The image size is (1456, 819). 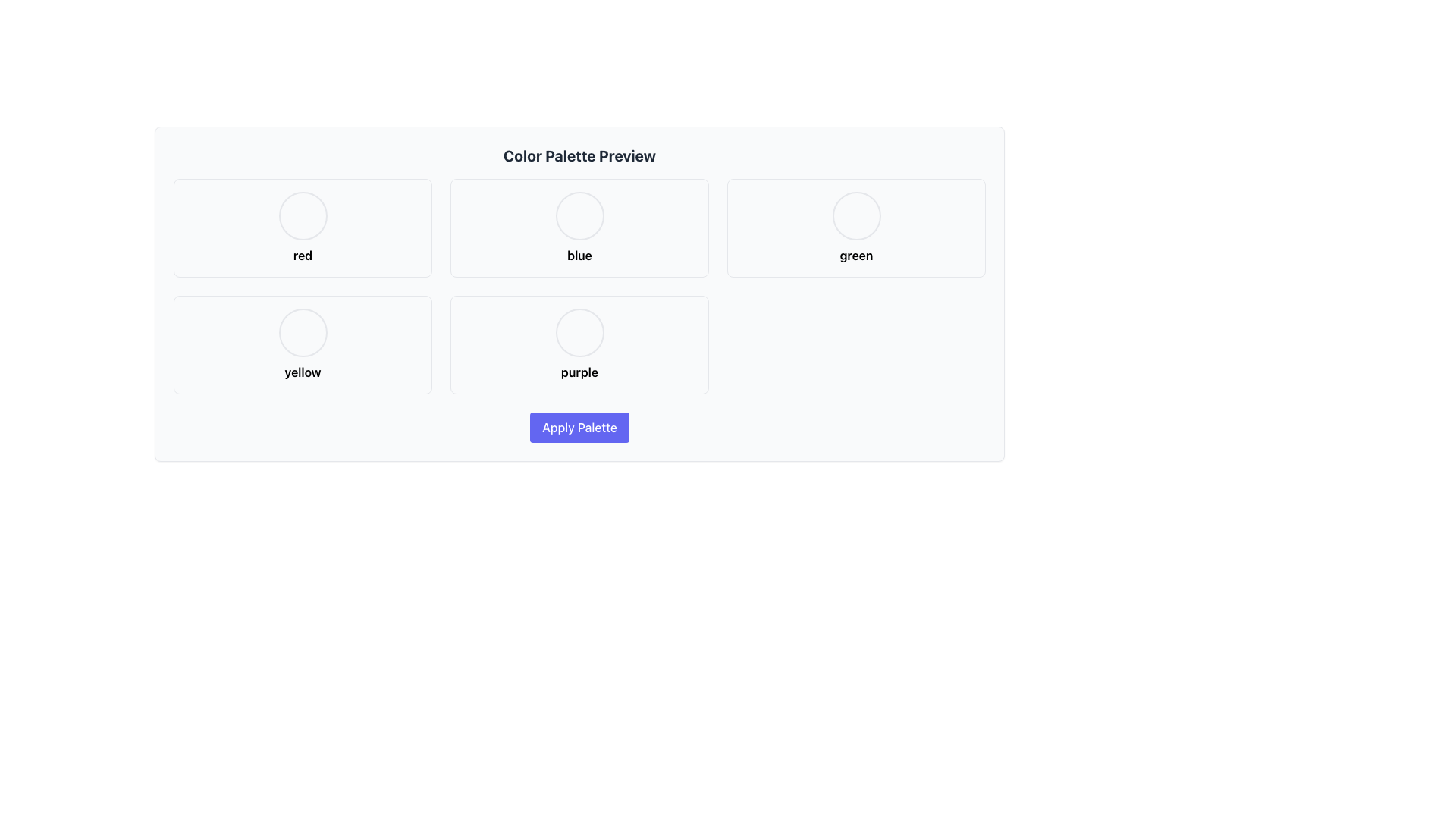 I want to click on the circular color indicator with a yellow background and rounded profile, located in the lower left of the grid layout, so click(x=303, y=332).